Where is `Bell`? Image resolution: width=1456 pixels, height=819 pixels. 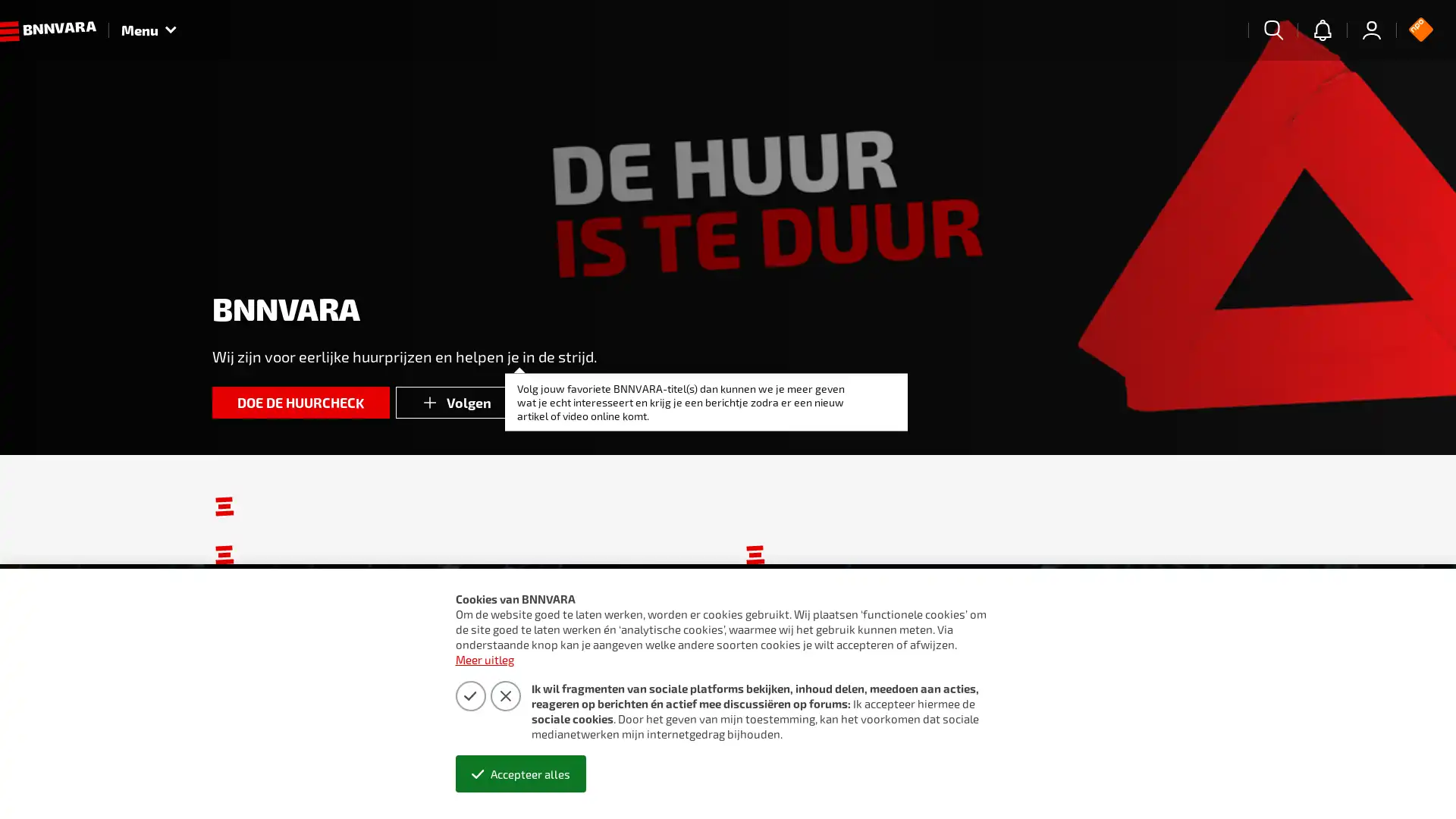
Bell is located at coordinates (1321, 30).